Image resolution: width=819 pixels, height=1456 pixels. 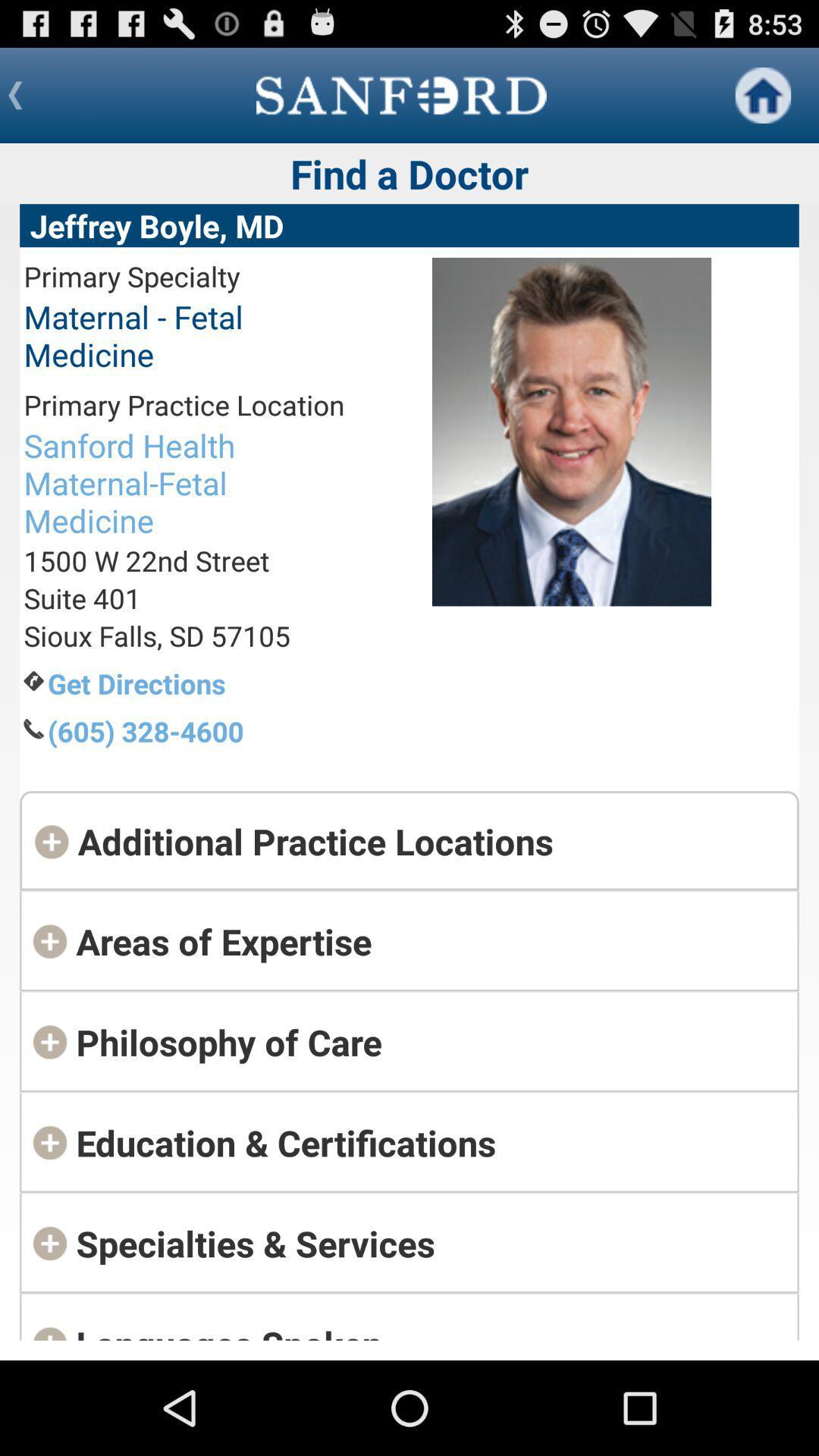 I want to click on the sanford health maternal item, so click(x=184, y=482).